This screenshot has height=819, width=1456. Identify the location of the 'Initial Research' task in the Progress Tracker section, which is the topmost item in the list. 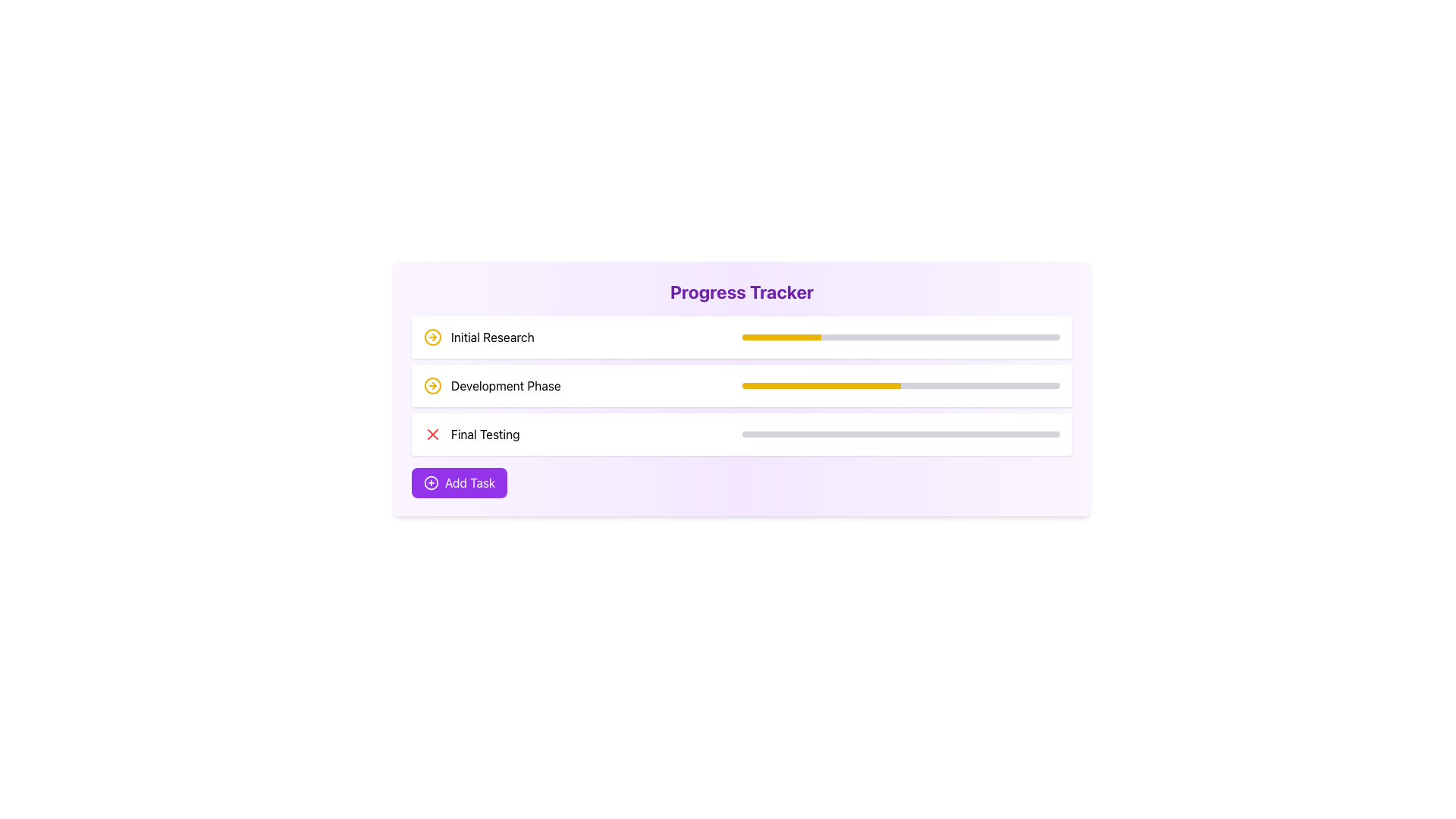
(478, 336).